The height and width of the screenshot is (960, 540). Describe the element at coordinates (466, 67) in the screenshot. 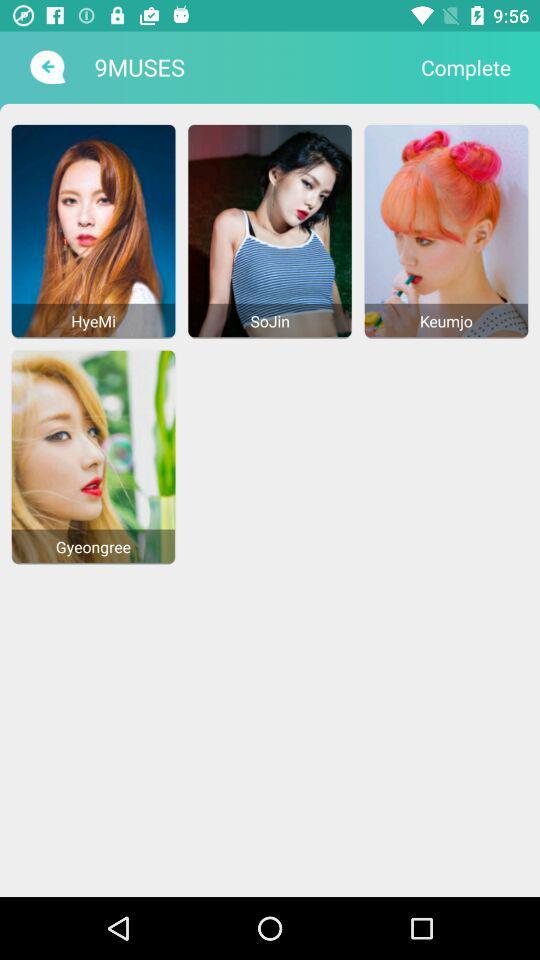

I see `the complete icon` at that location.